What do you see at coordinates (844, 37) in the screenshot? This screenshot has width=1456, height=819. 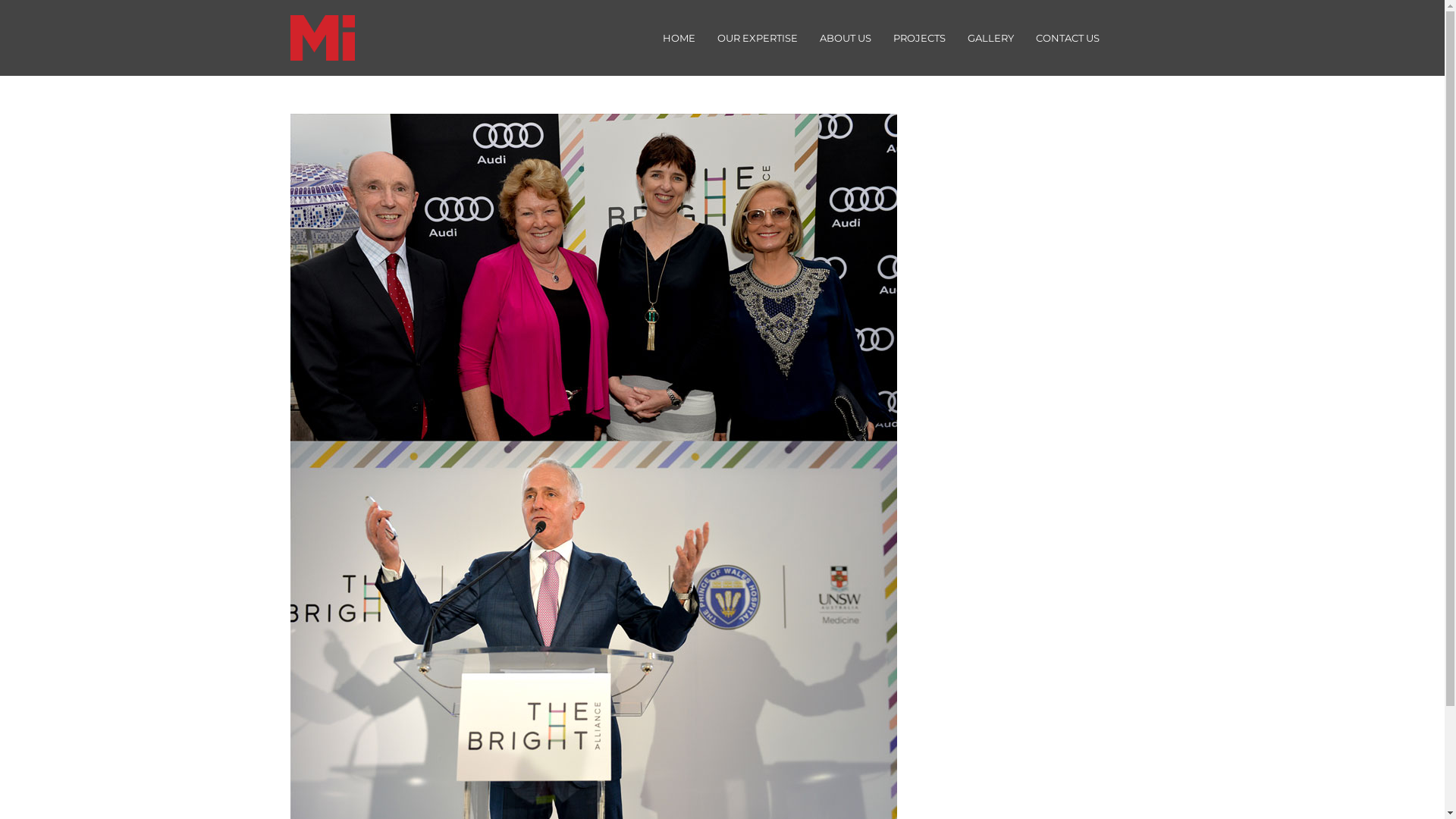 I see `'ABOUT US'` at bounding box center [844, 37].